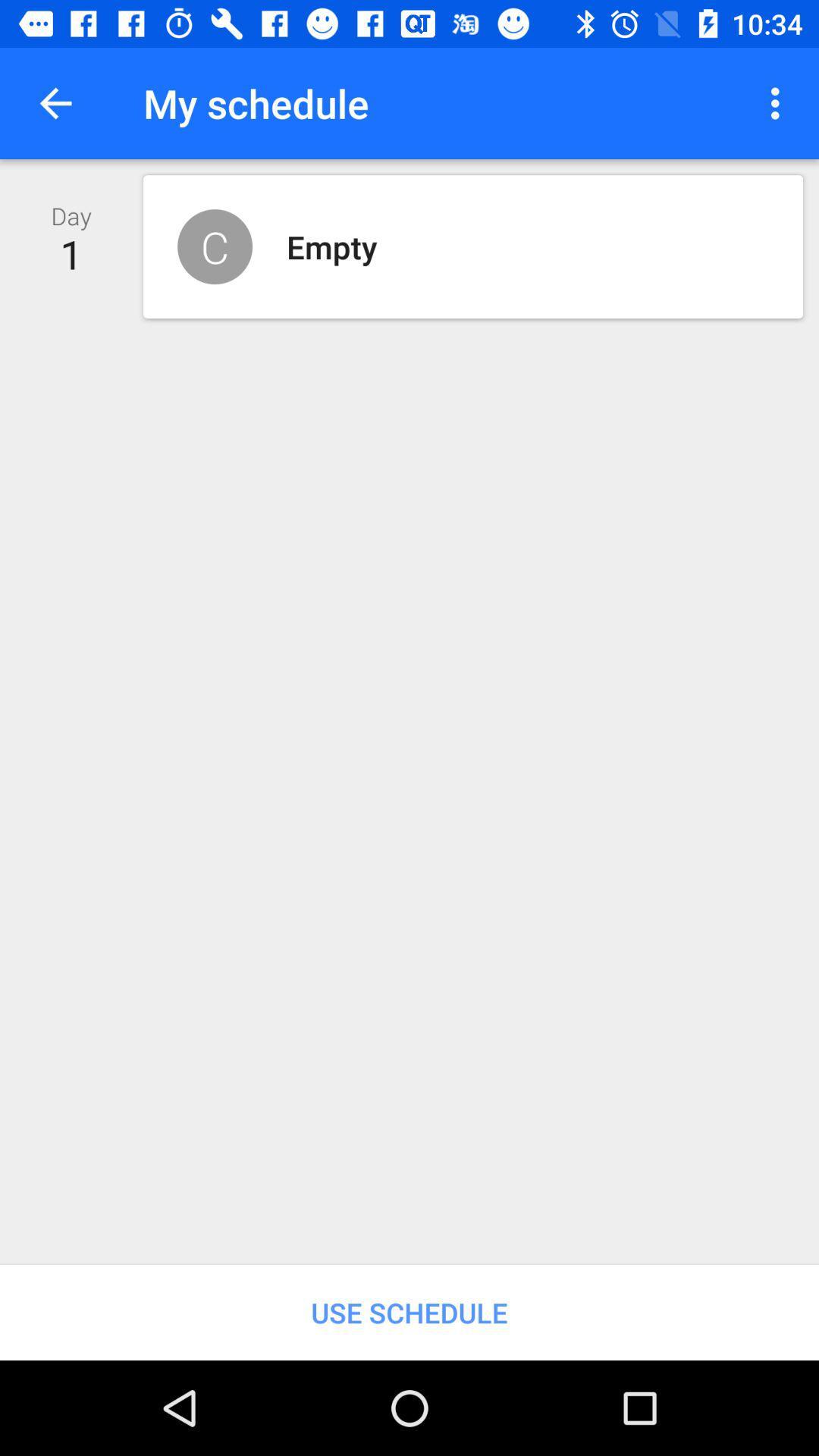 The image size is (819, 1456). I want to click on item above the day, so click(55, 102).